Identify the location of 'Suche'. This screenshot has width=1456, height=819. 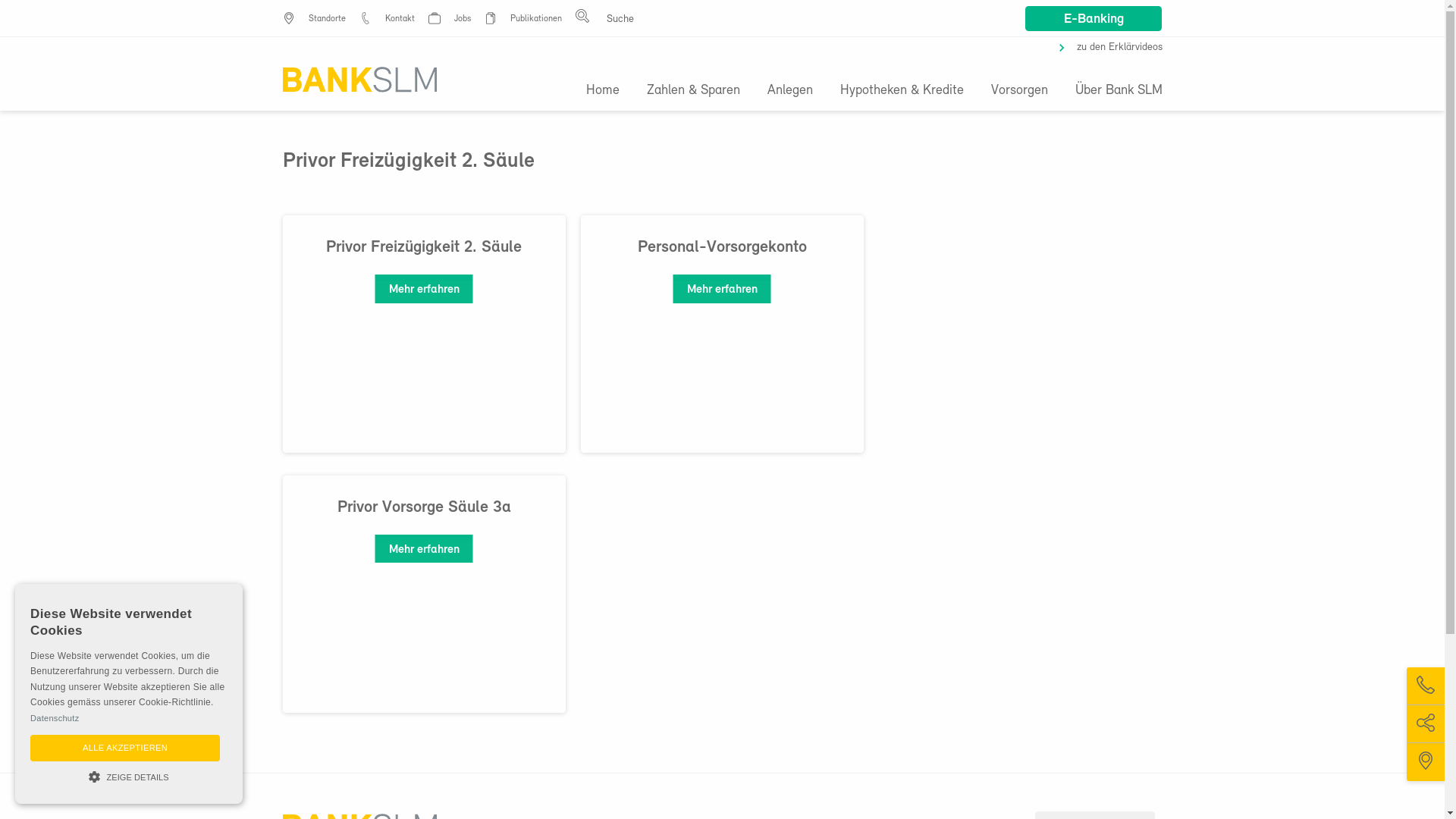
(964, 111).